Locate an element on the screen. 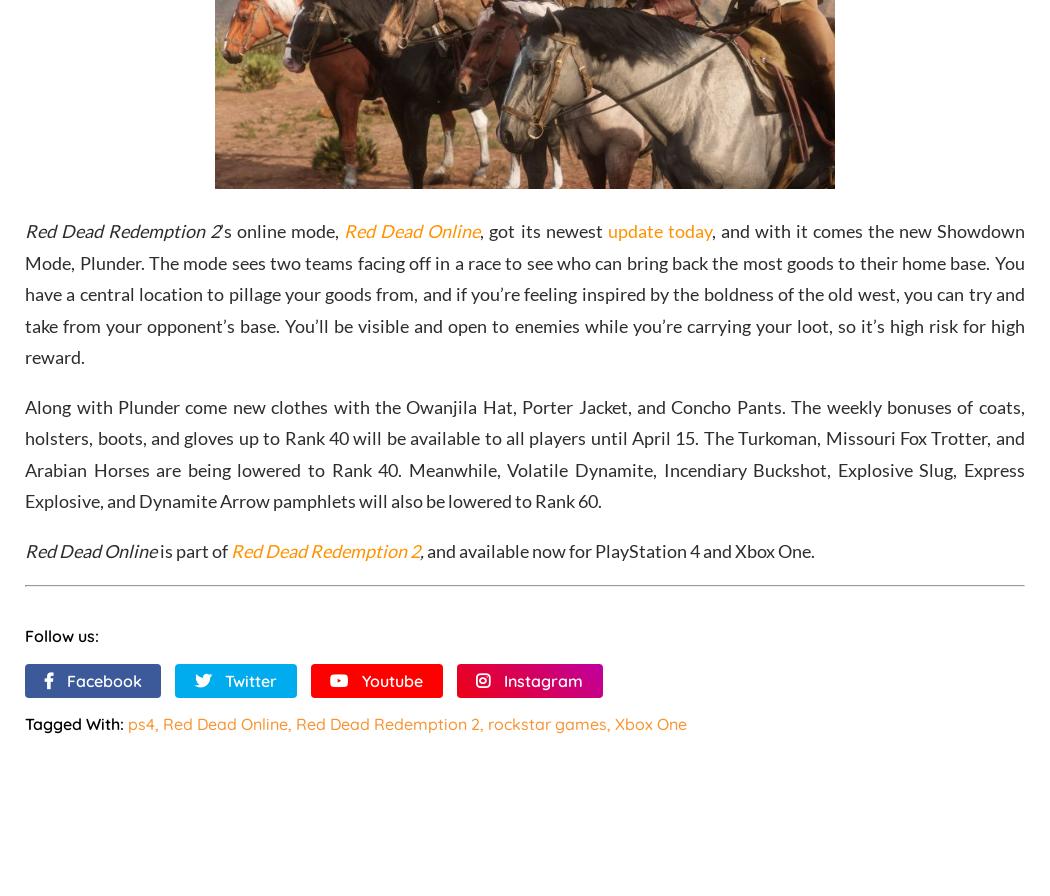 This screenshot has width=1050, height=896. 'rockstar games' is located at coordinates (547, 723).